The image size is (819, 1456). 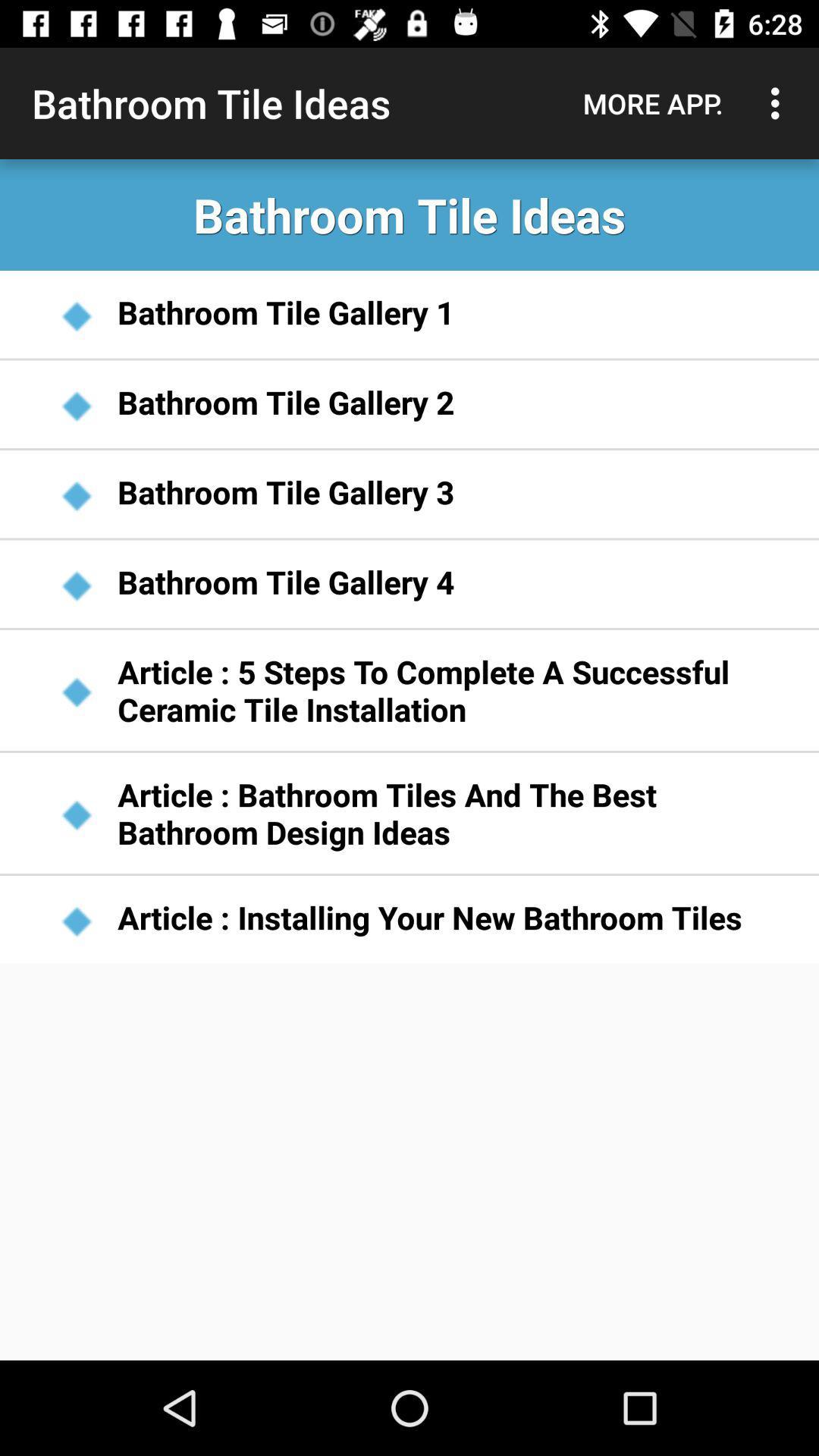 I want to click on icon above bathroom tile ideas app, so click(x=652, y=102).